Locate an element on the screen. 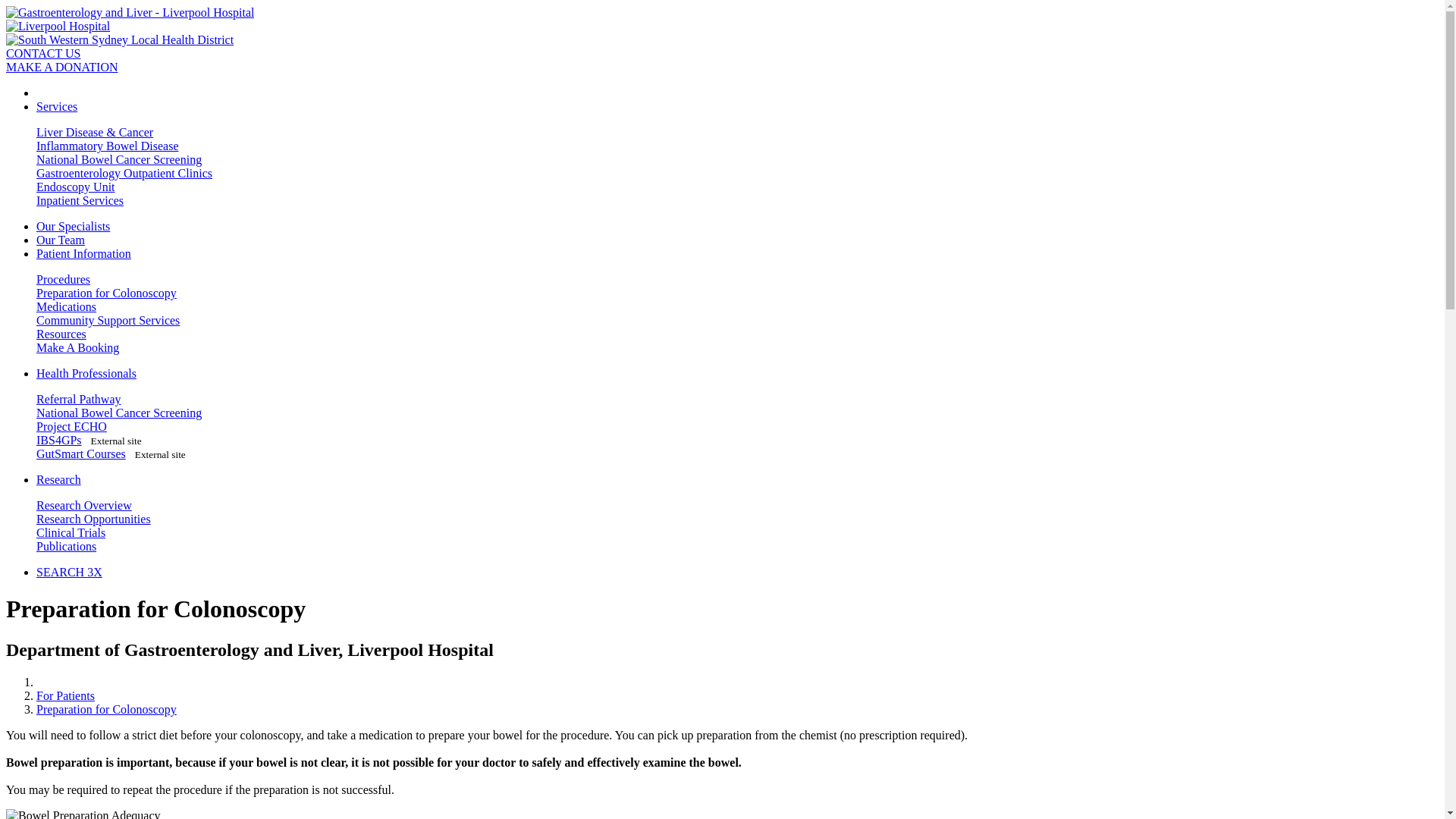 This screenshot has width=1456, height=819. 'Services' is located at coordinates (57, 105).